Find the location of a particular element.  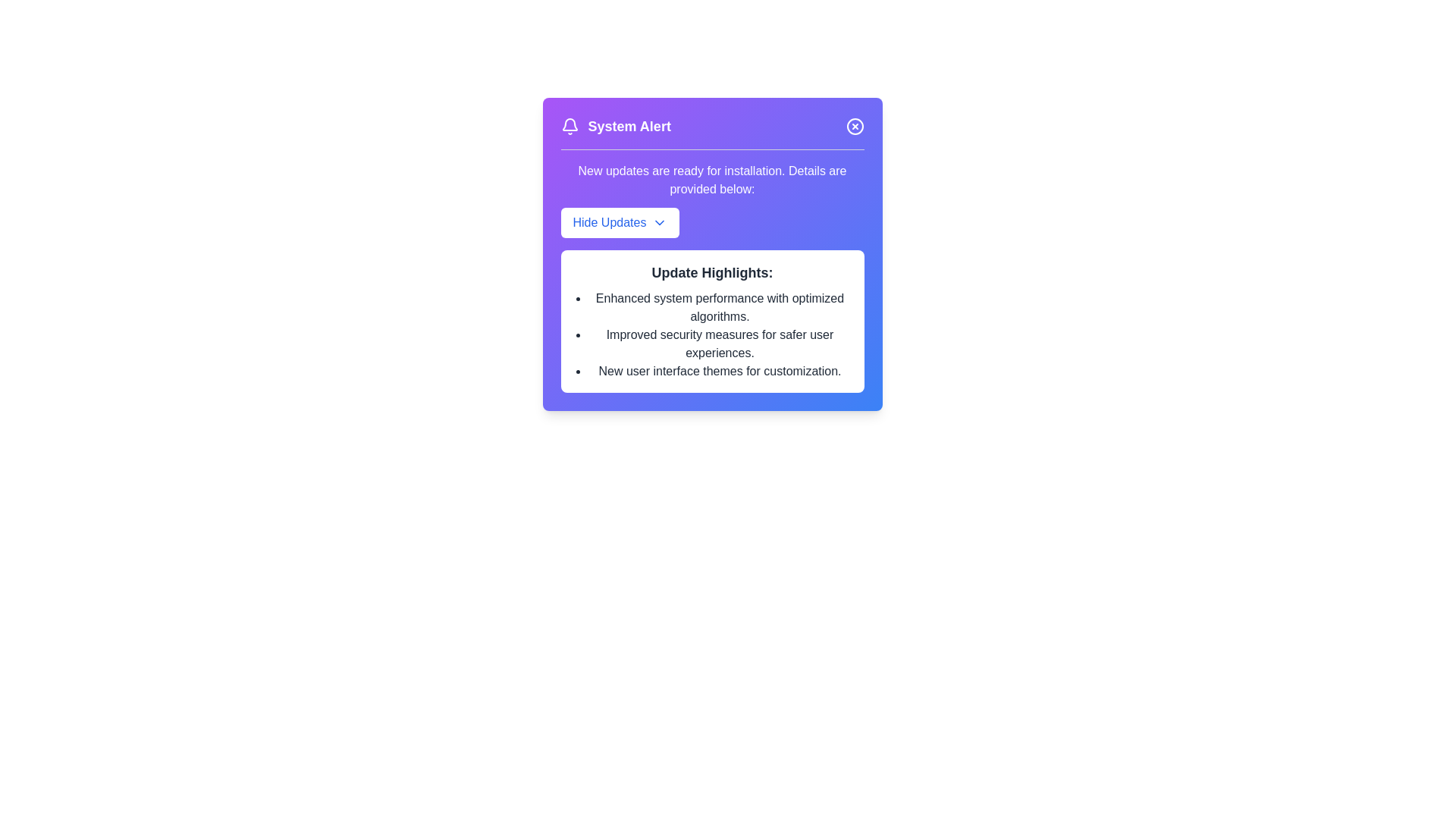

the 'Hide Updates' button to toggle the visibility of update details is located at coordinates (620, 222).